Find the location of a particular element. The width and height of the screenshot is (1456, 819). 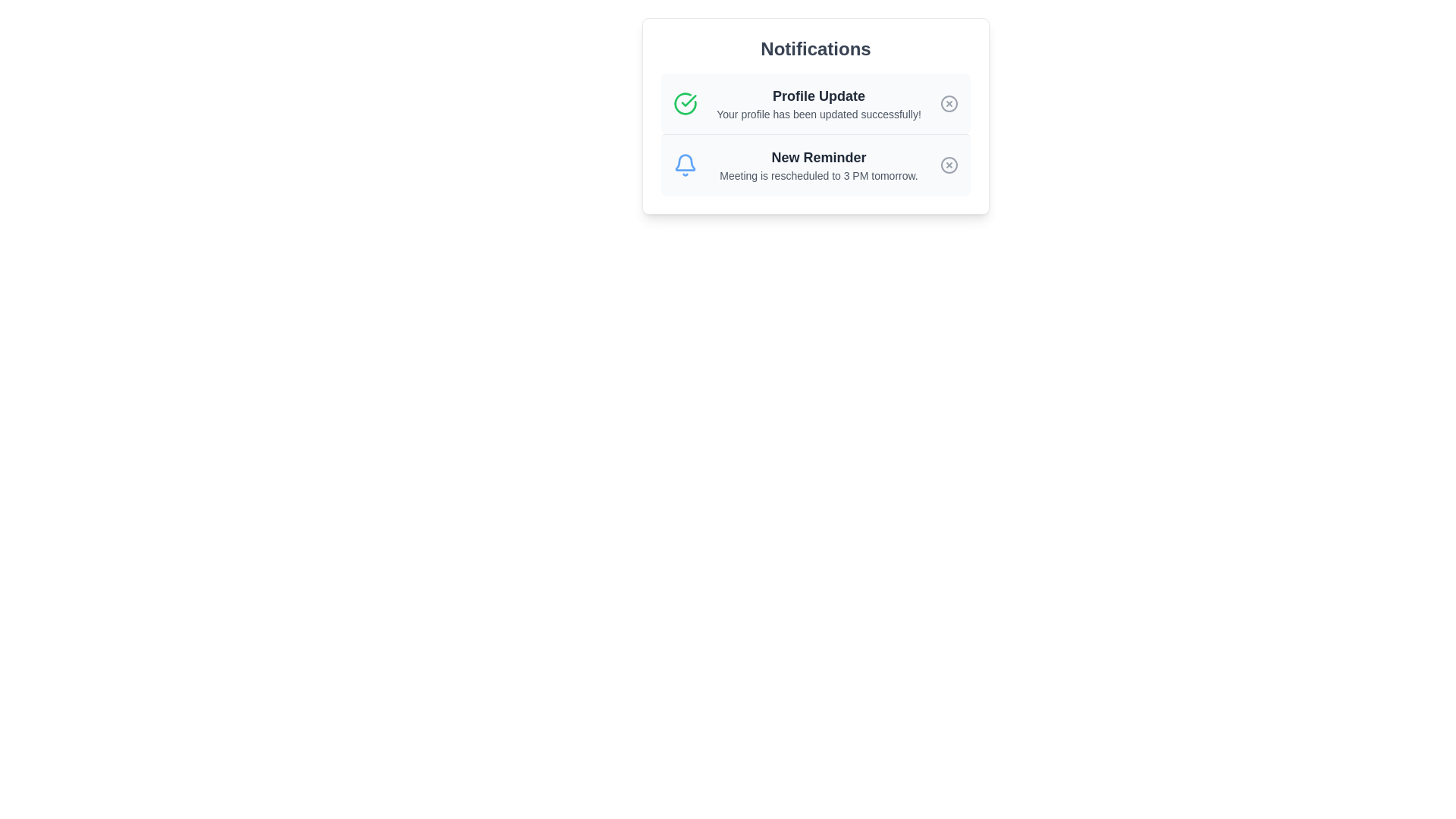

the text element displaying the message 'Meeting is rescheduled to 3 PM tomorrow.' which is styled in a small gray font and is located below the 'New Reminder' element in the notifications panel is located at coordinates (818, 174).